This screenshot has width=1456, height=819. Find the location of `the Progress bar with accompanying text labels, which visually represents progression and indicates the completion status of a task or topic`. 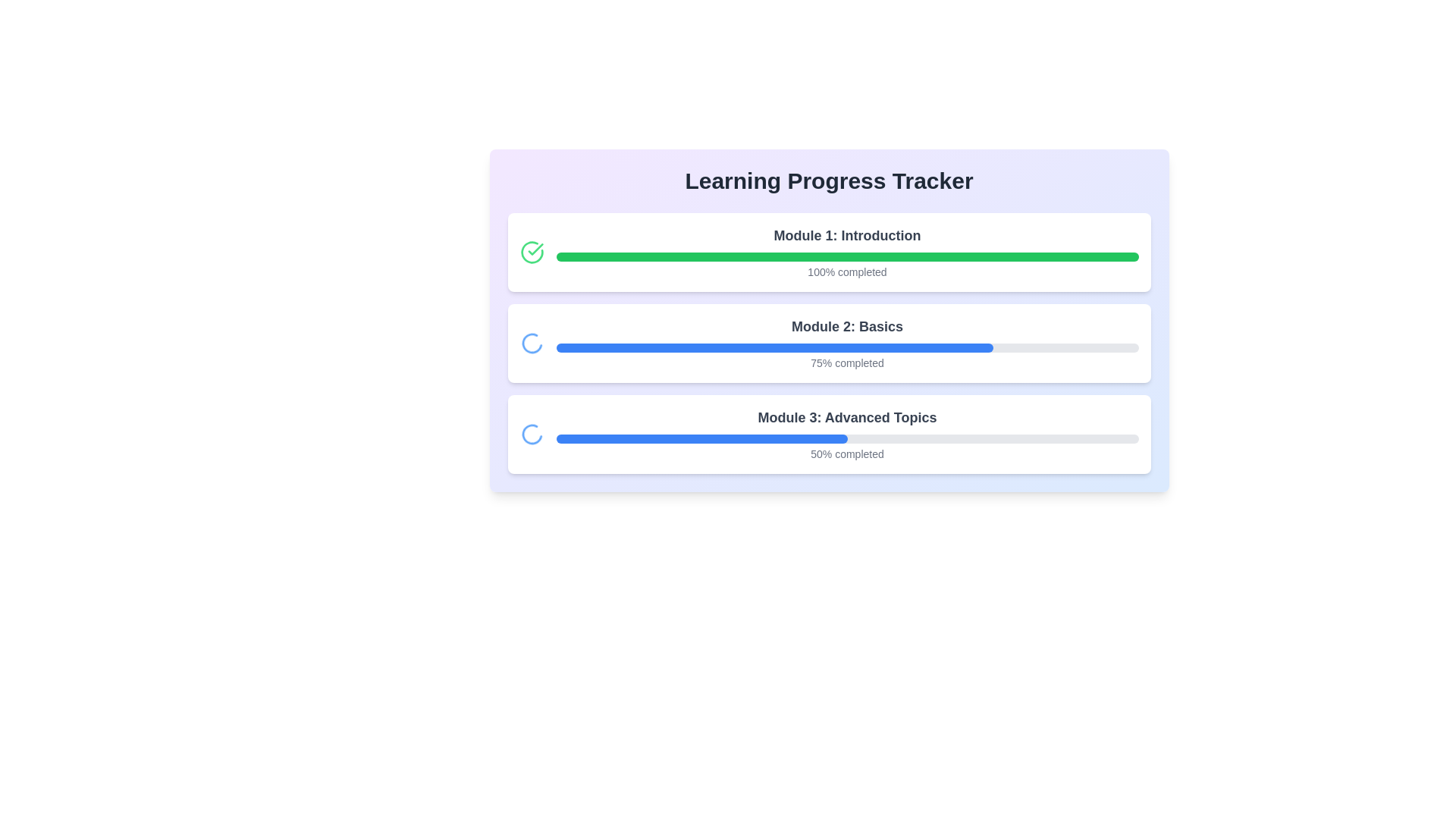

the Progress bar with accompanying text labels, which visually represents progression and indicates the completion status of a task or topic is located at coordinates (846, 435).